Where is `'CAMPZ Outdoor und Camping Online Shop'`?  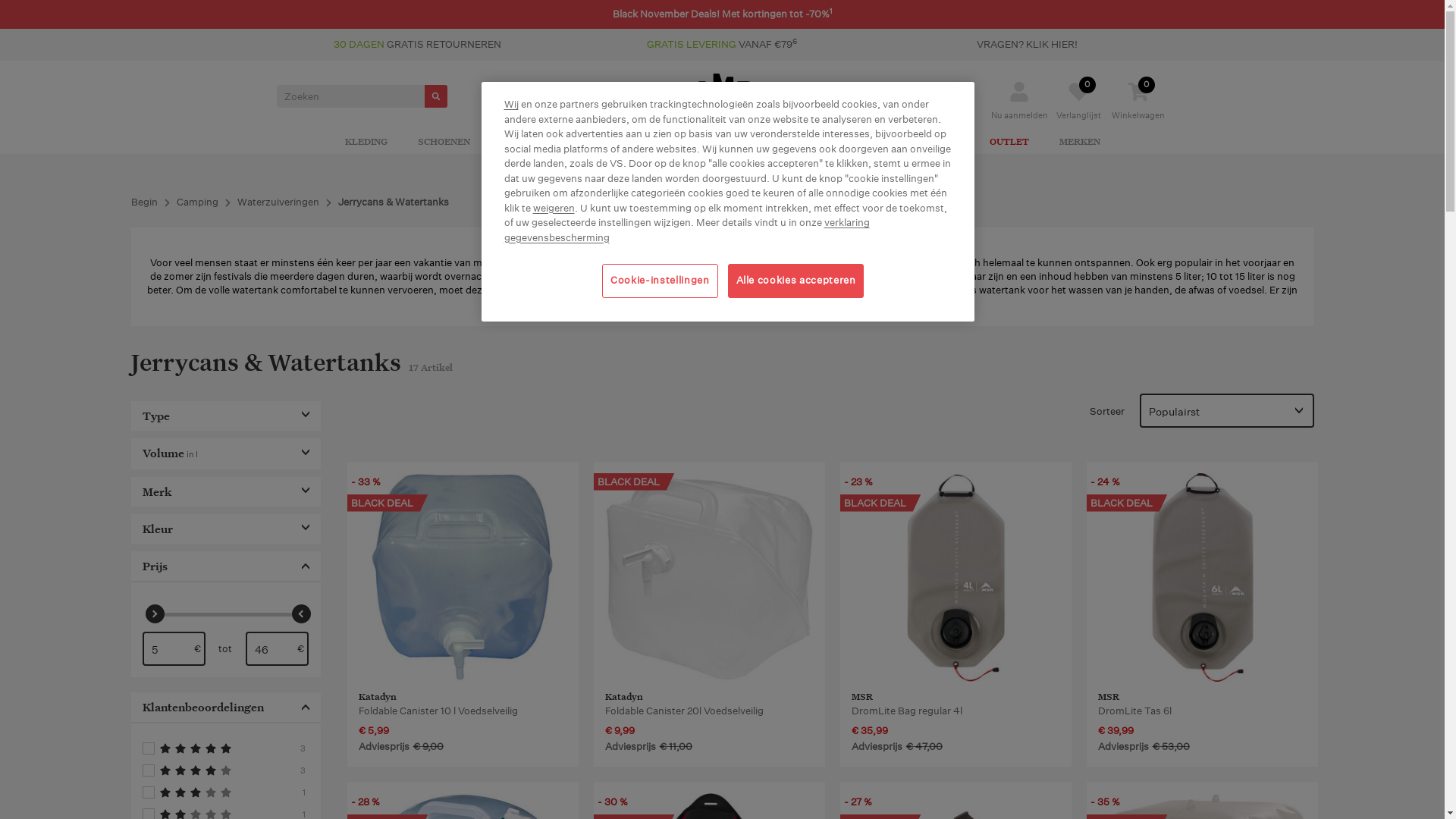
'CAMPZ Outdoor und Camping Online Shop' is located at coordinates (721, 96).